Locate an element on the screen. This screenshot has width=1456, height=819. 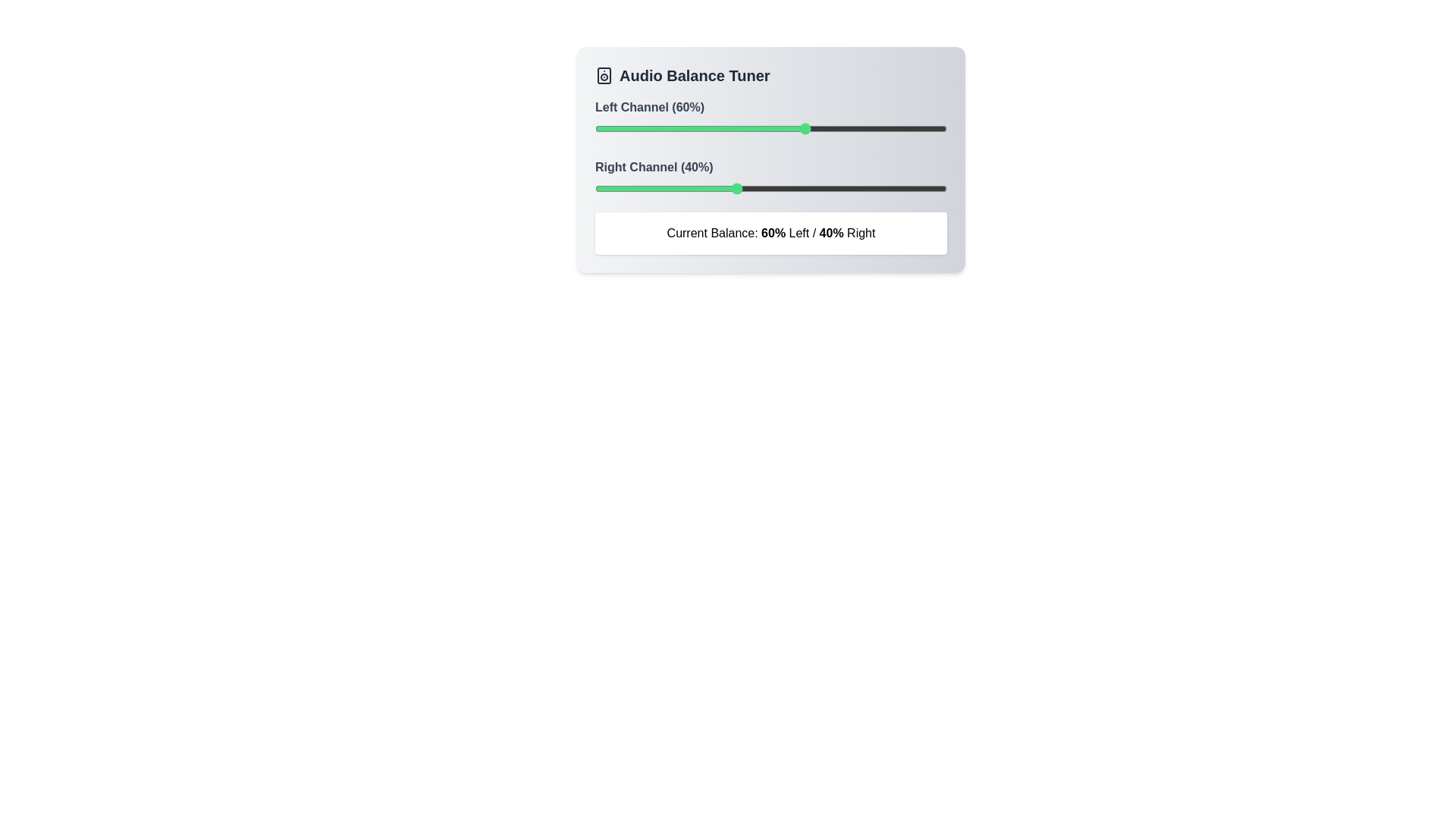
the balance of the 0 channel to 83% is located at coordinates (887, 127).